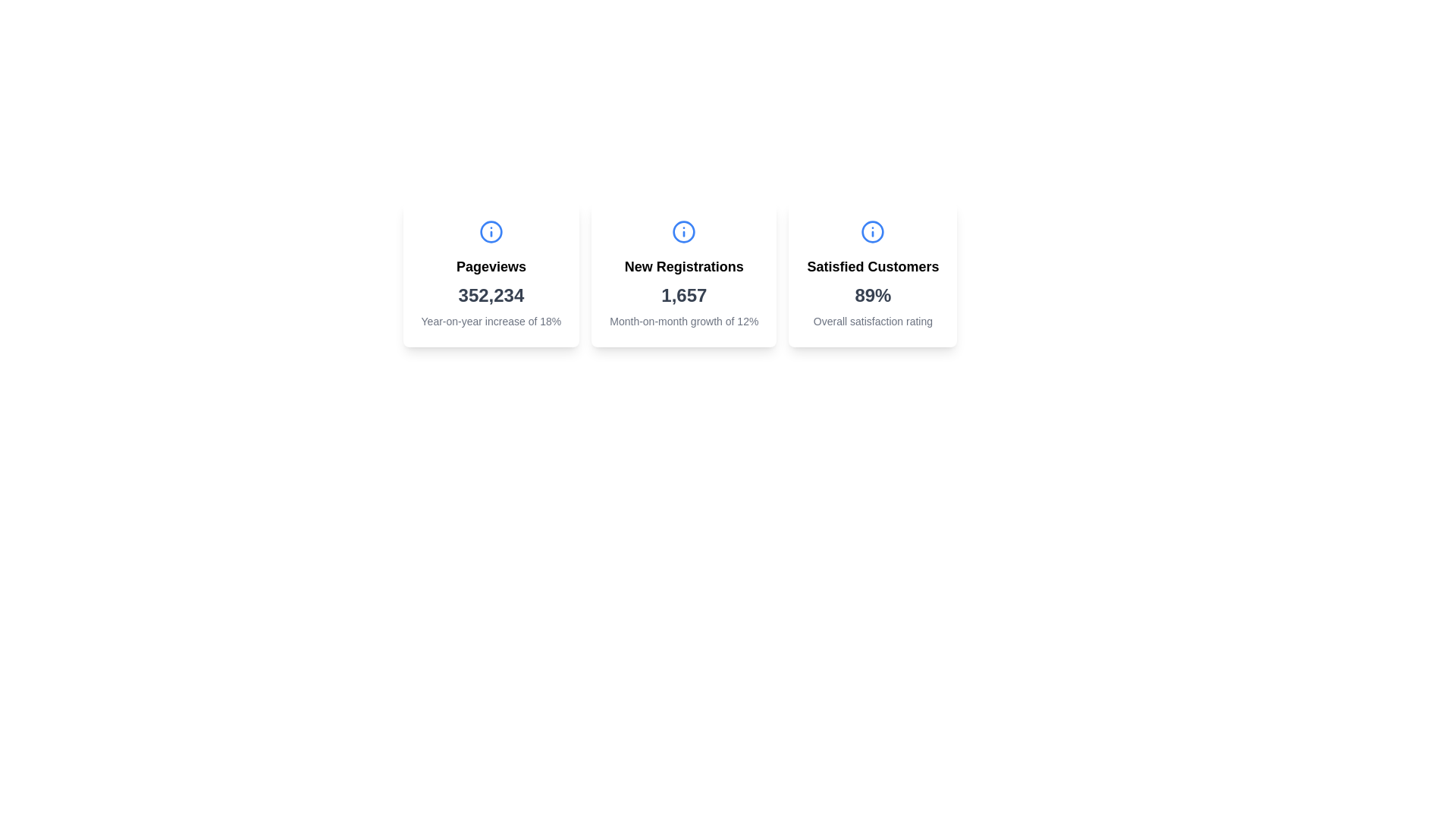  What do you see at coordinates (491, 231) in the screenshot?
I see `the informational icon located in the center-top section of the 'Pageviews' card` at bounding box center [491, 231].